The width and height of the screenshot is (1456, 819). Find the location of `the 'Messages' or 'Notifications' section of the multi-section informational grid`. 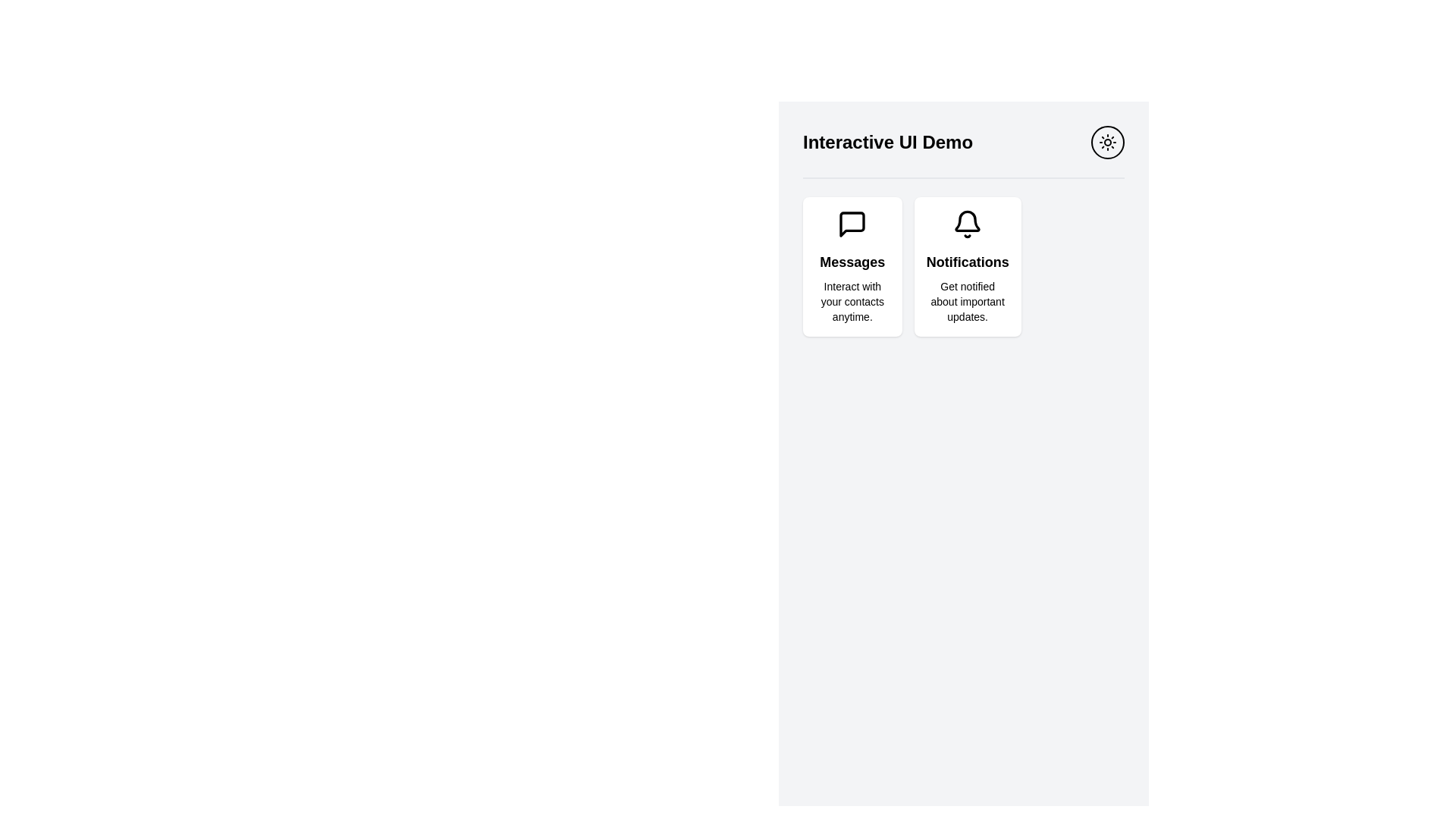

the 'Messages' or 'Notifications' section of the multi-section informational grid is located at coordinates (963, 265).